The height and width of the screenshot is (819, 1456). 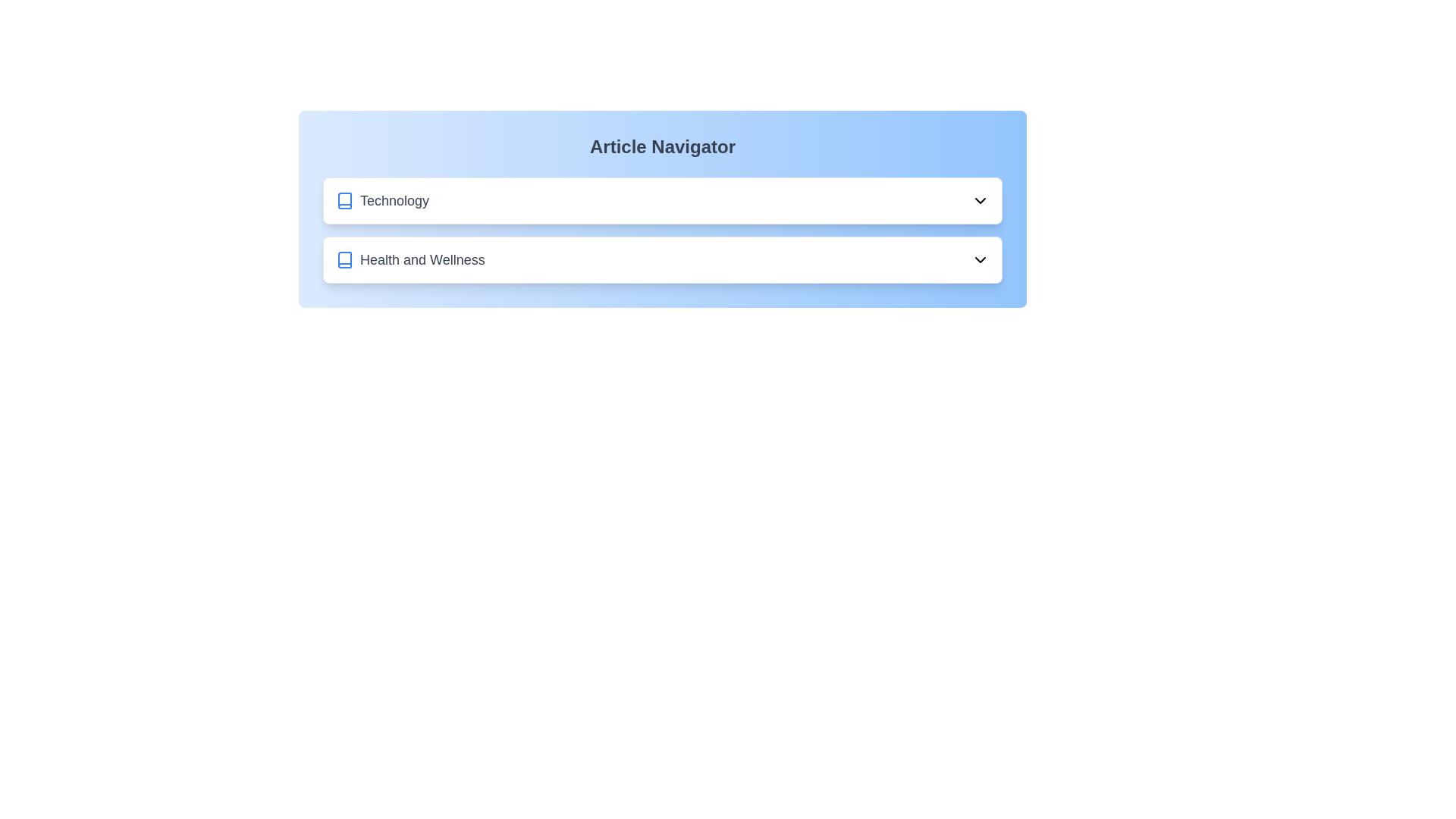 What do you see at coordinates (410, 259) in the screenshot?
I see `the 'Health and Wellness' label with a blue open book icon` at bounding box center [410, 259].